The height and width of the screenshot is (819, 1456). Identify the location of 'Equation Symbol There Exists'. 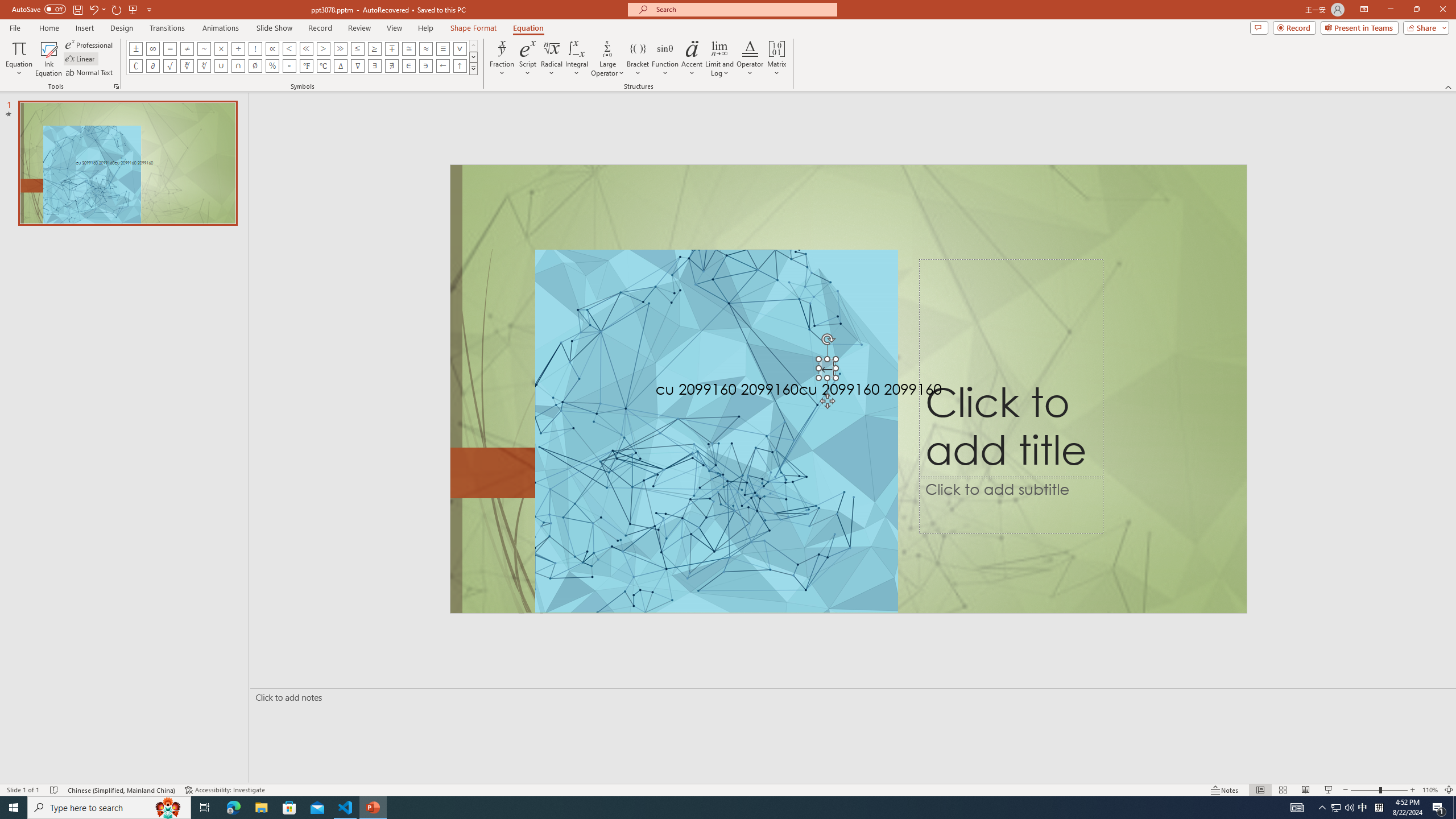
(375, 65).